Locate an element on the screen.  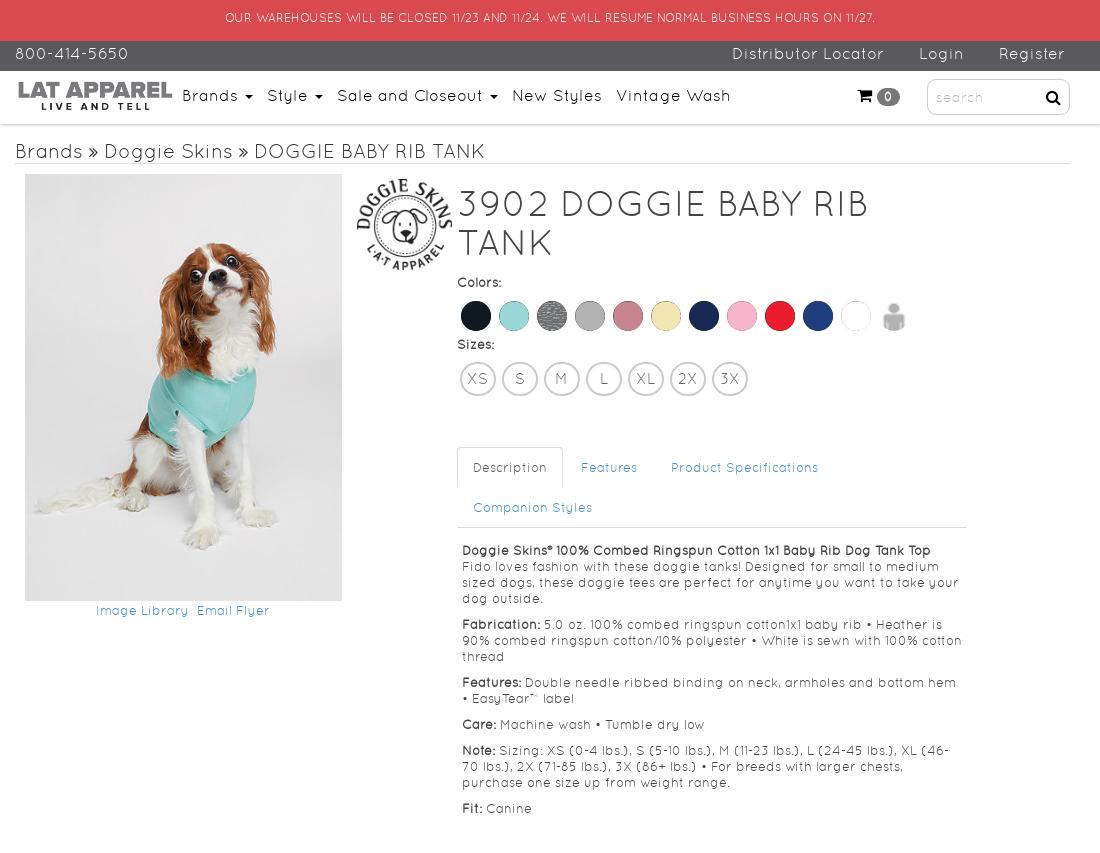
'Fabrication:' is located at coordinates (502, 624).